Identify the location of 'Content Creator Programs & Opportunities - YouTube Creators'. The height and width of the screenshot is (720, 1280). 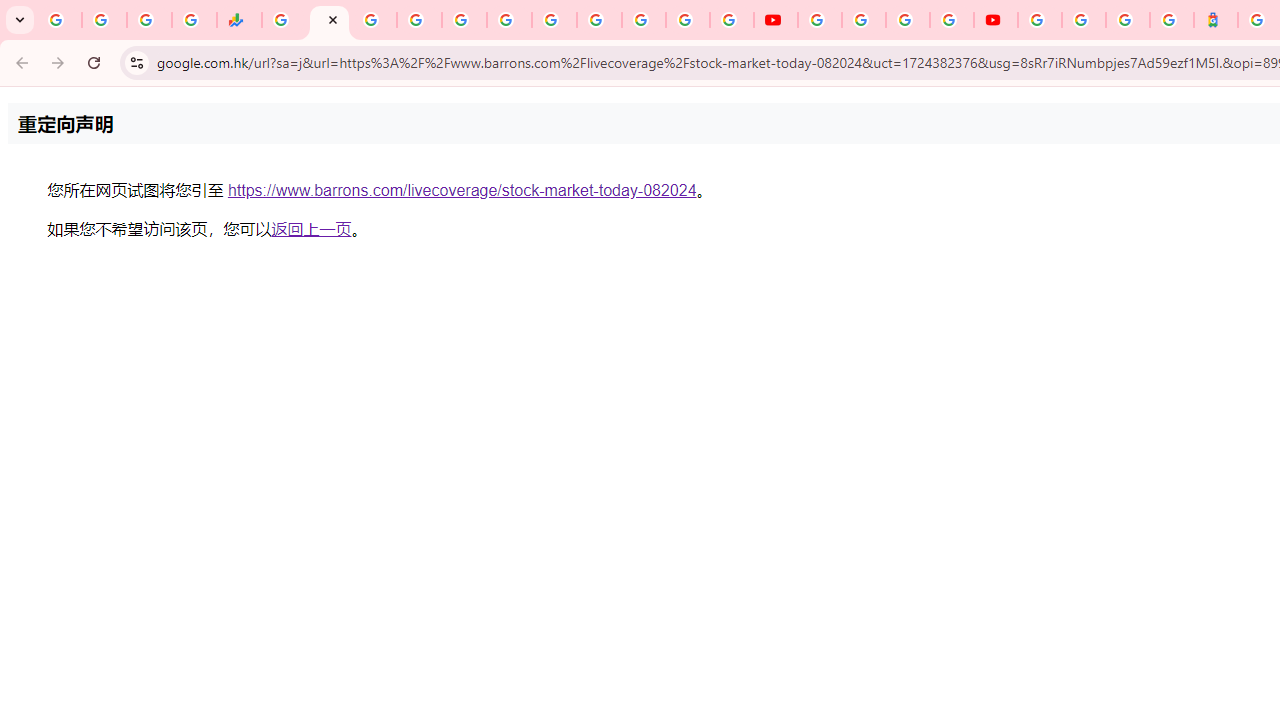
(995, 20).